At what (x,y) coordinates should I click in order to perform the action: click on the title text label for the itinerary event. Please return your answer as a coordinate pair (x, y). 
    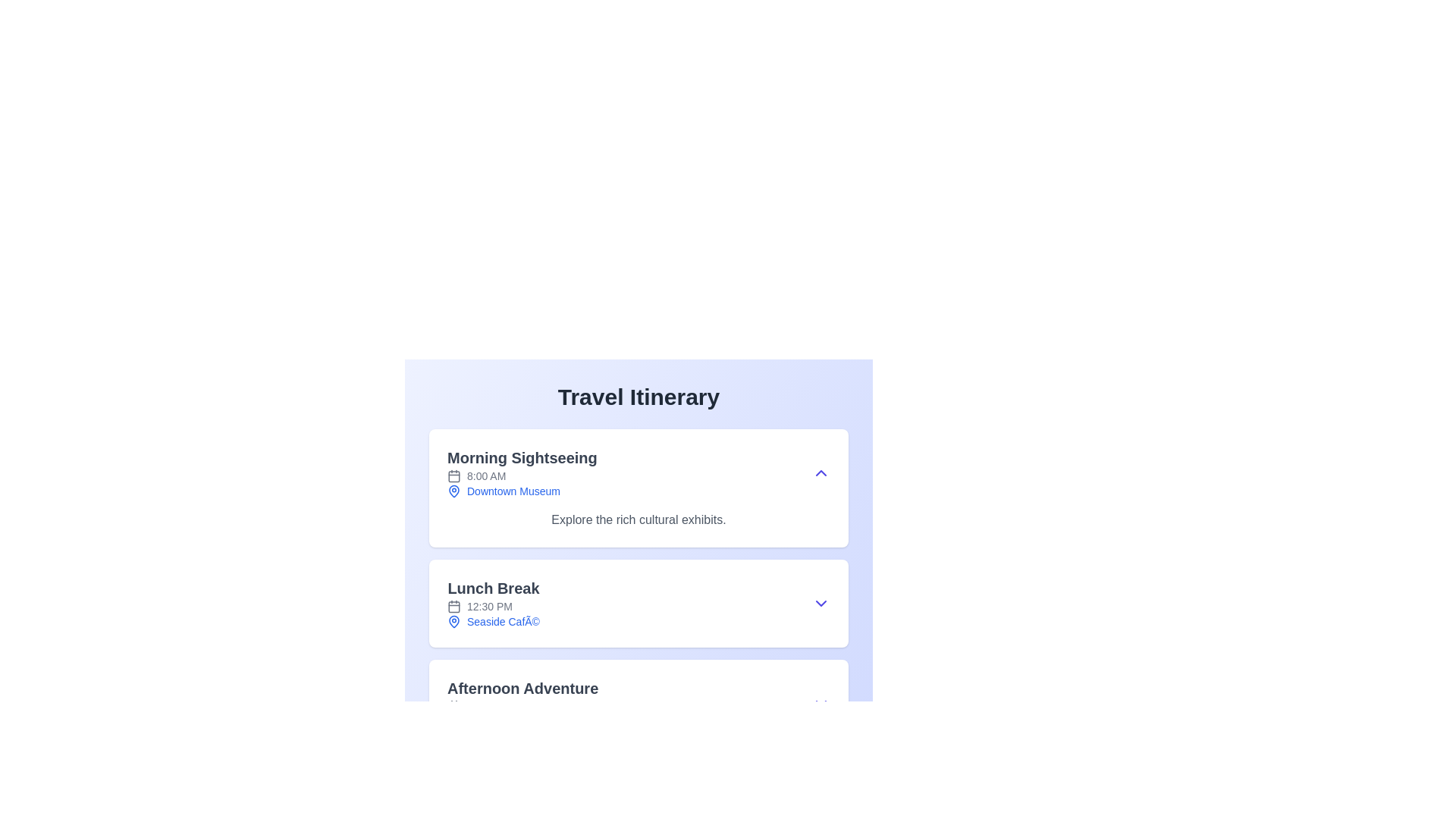
    Looking at the image, I should click on (522, 688).